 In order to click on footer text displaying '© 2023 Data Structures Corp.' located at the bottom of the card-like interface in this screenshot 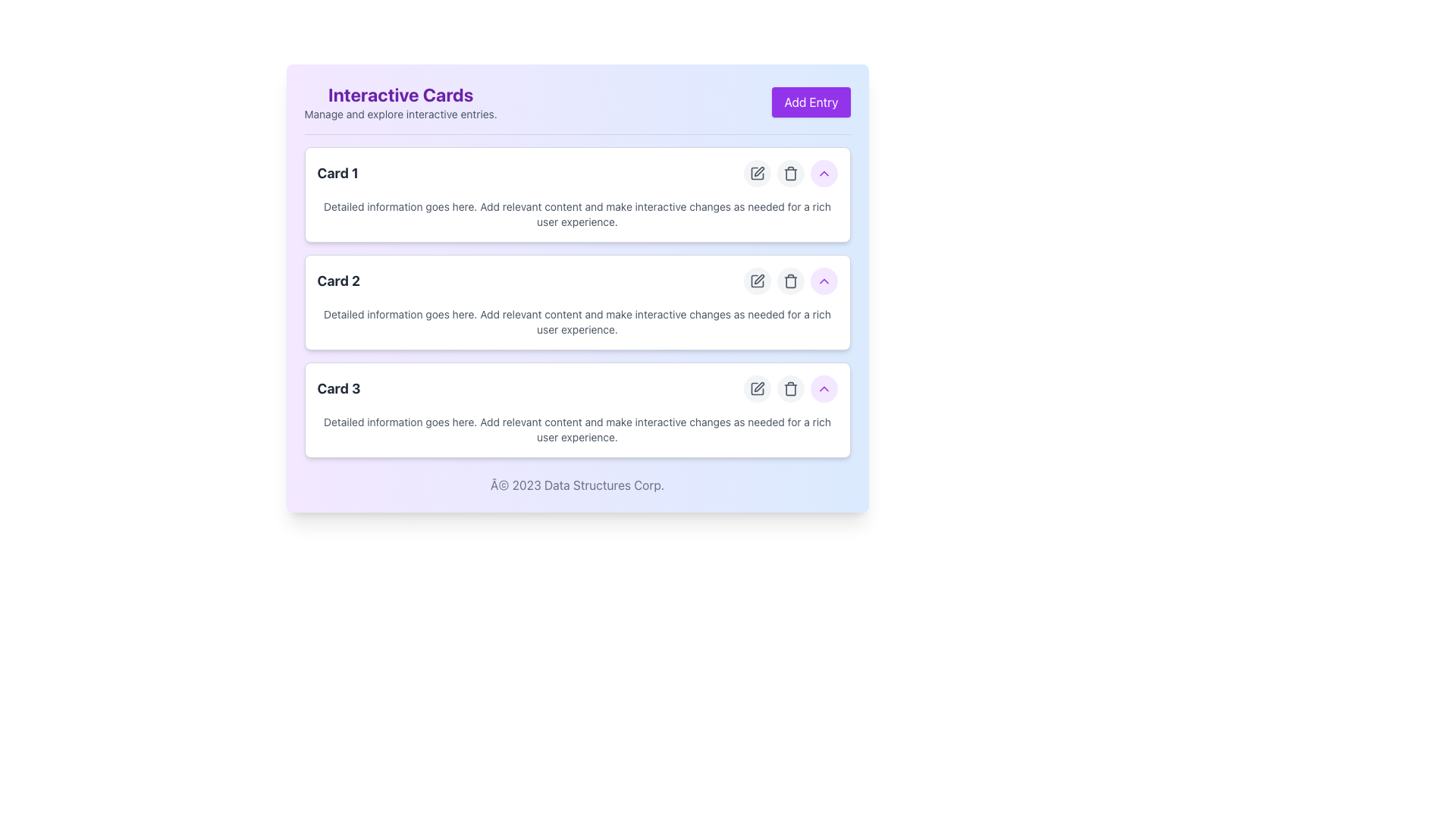, I will do `click(576, 485)`.